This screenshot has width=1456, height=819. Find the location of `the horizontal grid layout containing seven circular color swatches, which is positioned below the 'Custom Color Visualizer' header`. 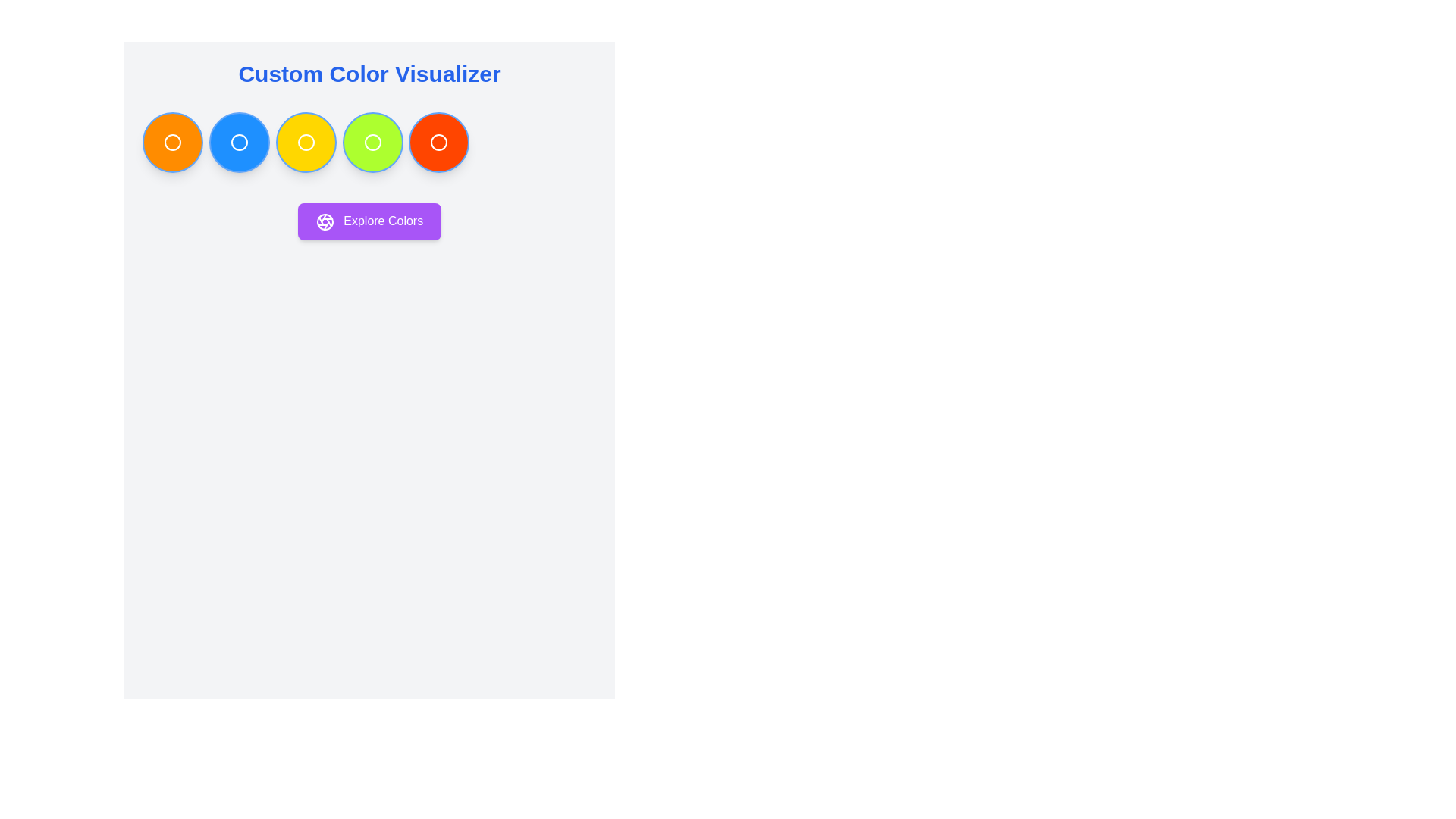

the horizontal grid layout containing seven circular color swatches, which is positioned below the 'Custom Color Visualizer' header is located at coordinates (369, 143).